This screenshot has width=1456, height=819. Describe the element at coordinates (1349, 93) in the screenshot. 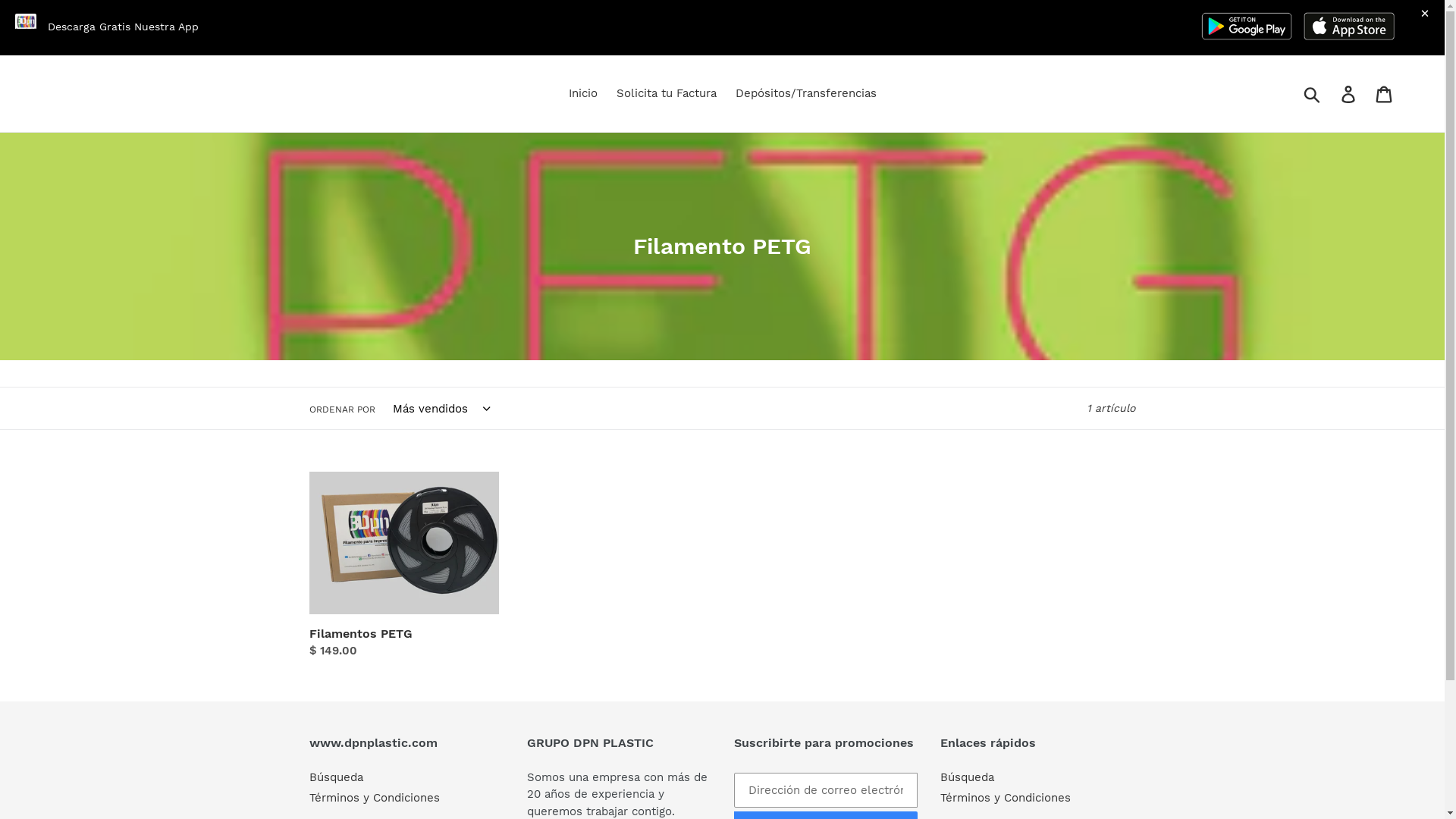

I see `'Ingresar'` at that location.